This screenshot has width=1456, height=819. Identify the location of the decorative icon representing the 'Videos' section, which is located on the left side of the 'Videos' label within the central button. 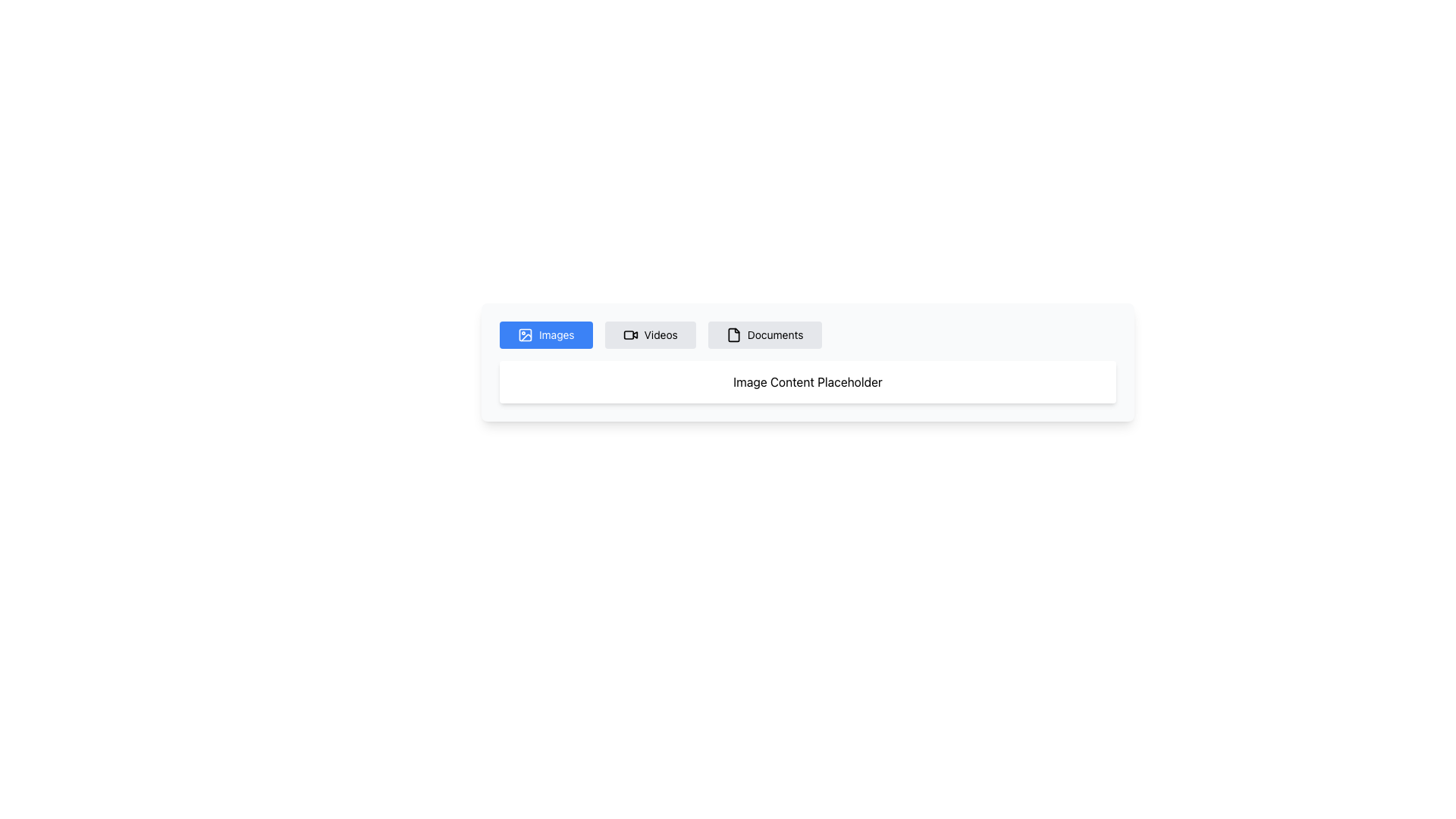
(630, 334).